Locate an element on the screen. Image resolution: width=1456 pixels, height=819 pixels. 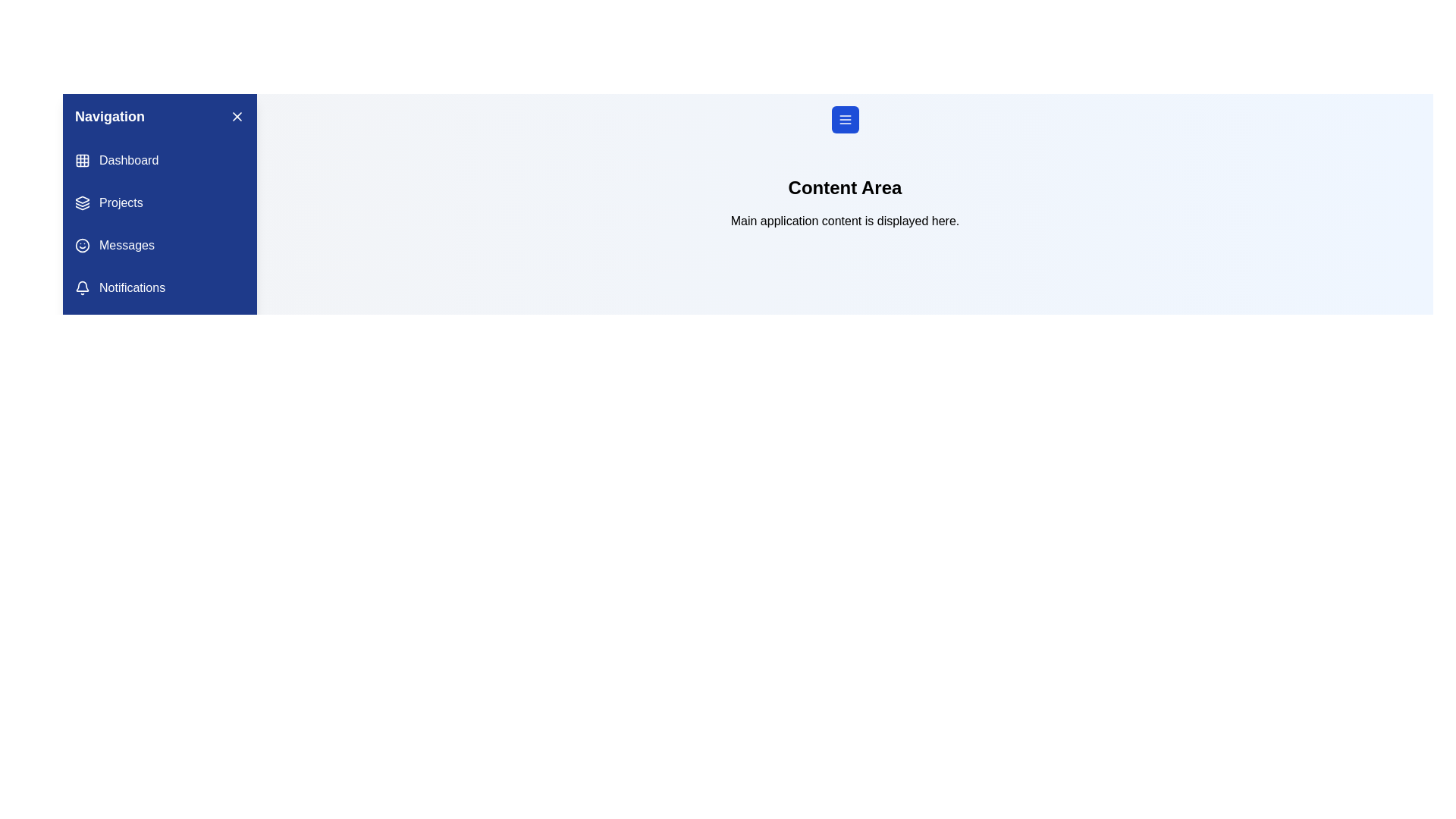
the navigation menu item labeled Messages is located at coordinates (160, 245).